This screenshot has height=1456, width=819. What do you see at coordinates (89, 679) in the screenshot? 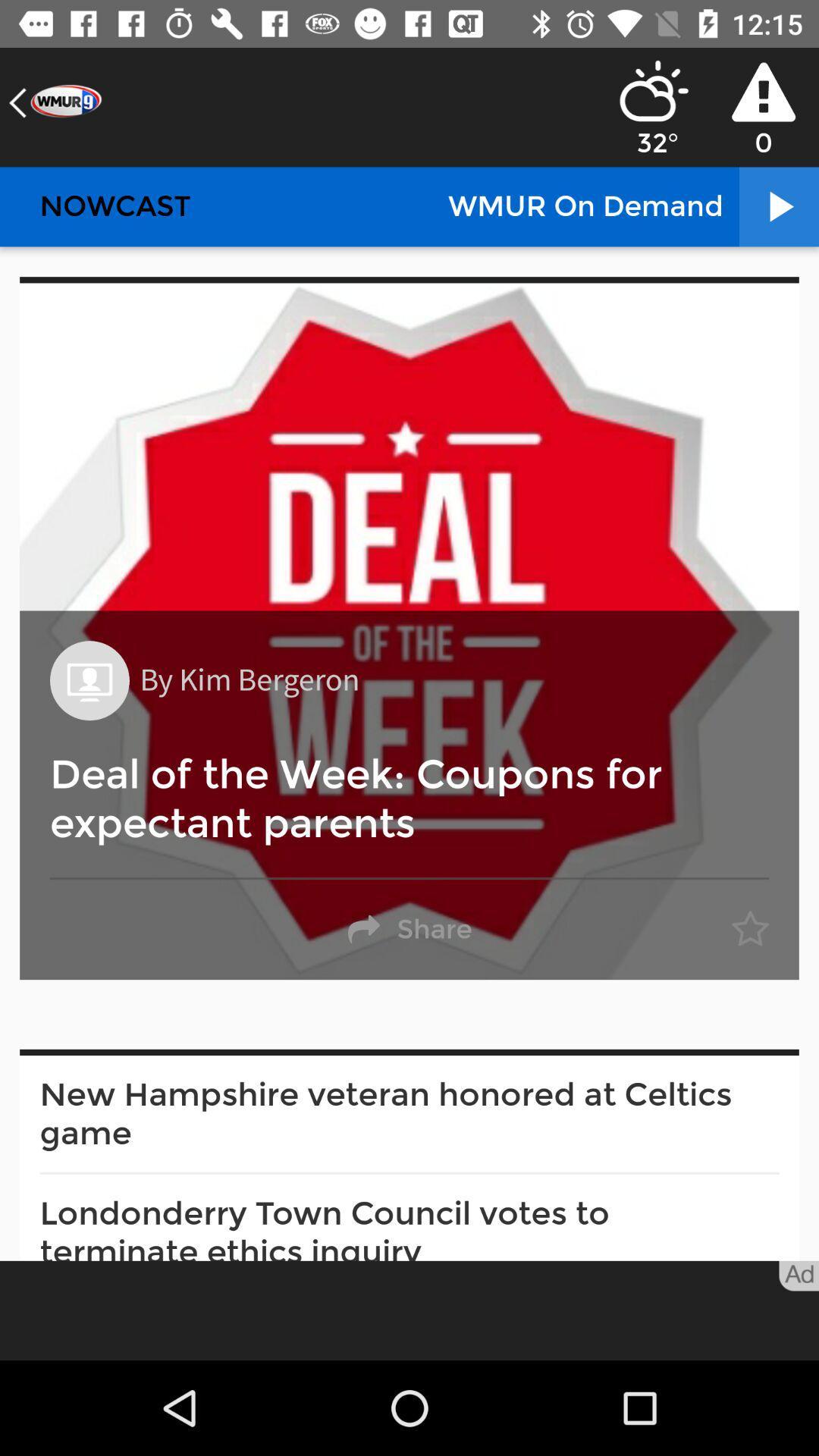
I see `icon next to by kim bergeron` at bounding box center [89, 679].